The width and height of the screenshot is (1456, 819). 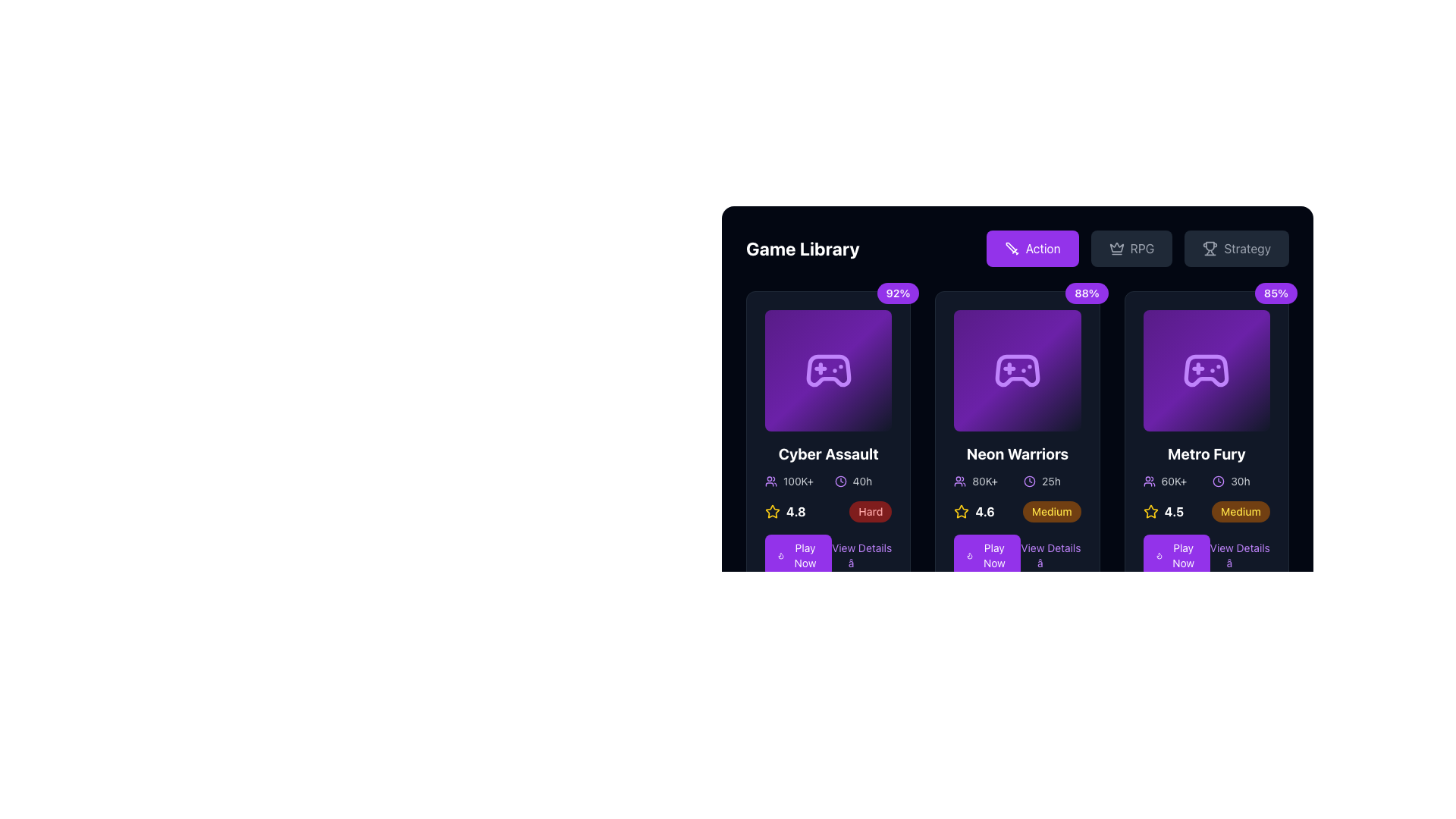 What do you see at coordinates (772, 512) in the screenshot?
I see `the star icon outlined in yellow, part of the 'Cyber Assault' card, located to the left of the '4.8' rating text` at bounding box center [772, 512].